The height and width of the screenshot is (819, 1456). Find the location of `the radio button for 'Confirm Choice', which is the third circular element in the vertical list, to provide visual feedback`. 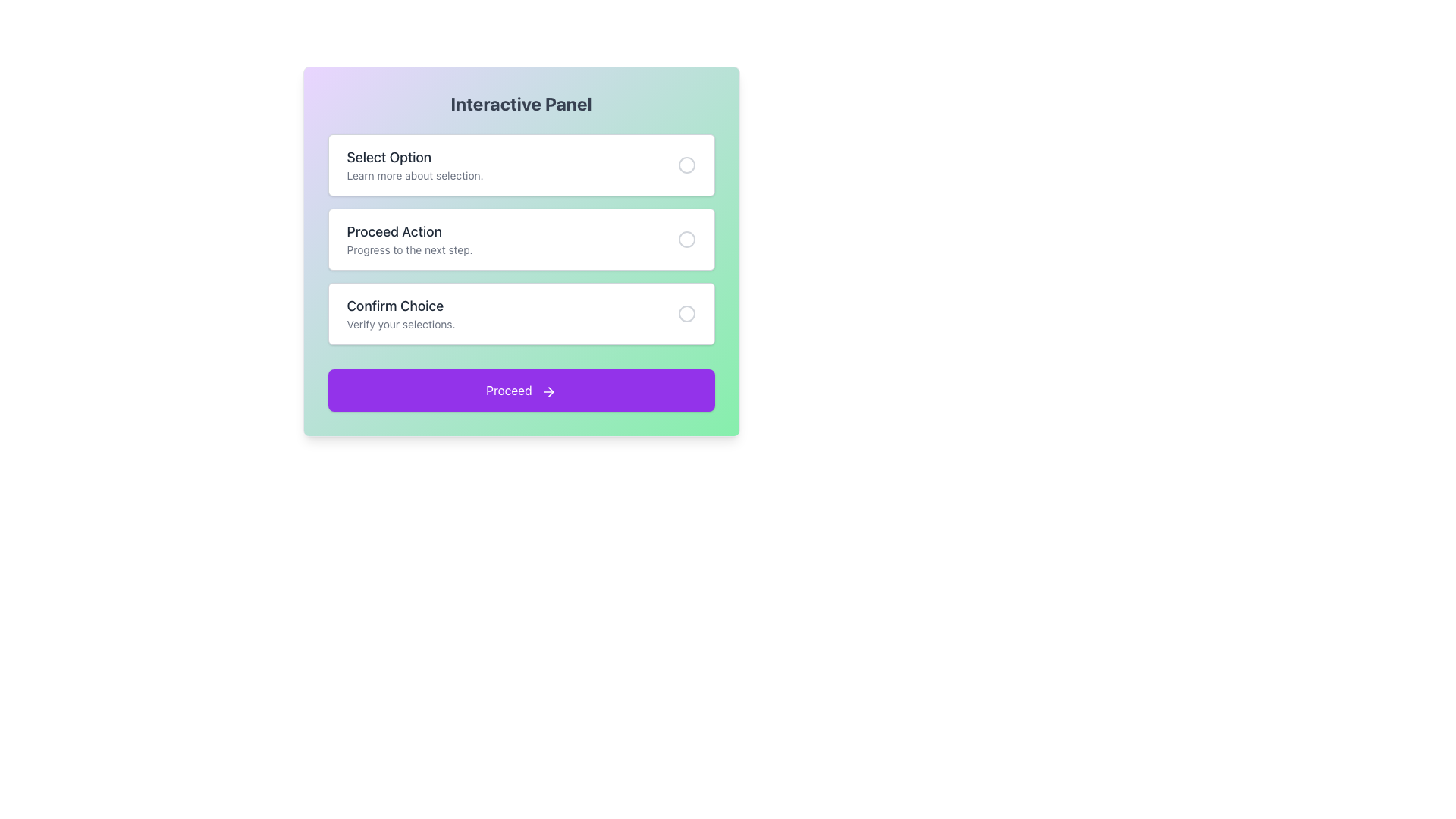

the radio button for 'Confirm Choice', which is the third circular element in the vertical list, to provide visual feedback is located at coordinates (686, 312).